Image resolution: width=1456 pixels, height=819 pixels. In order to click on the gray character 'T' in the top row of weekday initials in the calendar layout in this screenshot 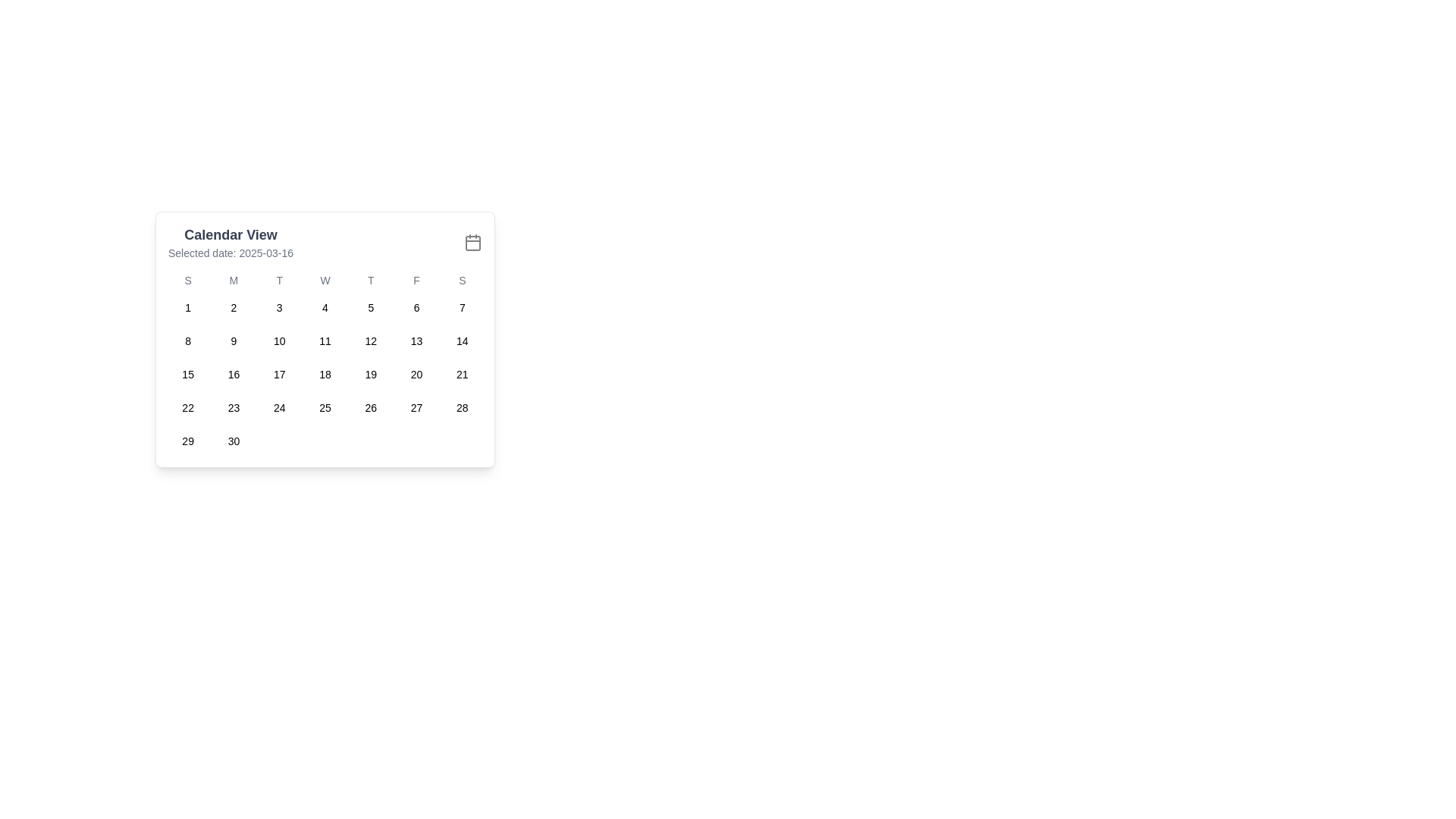, I will do `click(279, 281)`.